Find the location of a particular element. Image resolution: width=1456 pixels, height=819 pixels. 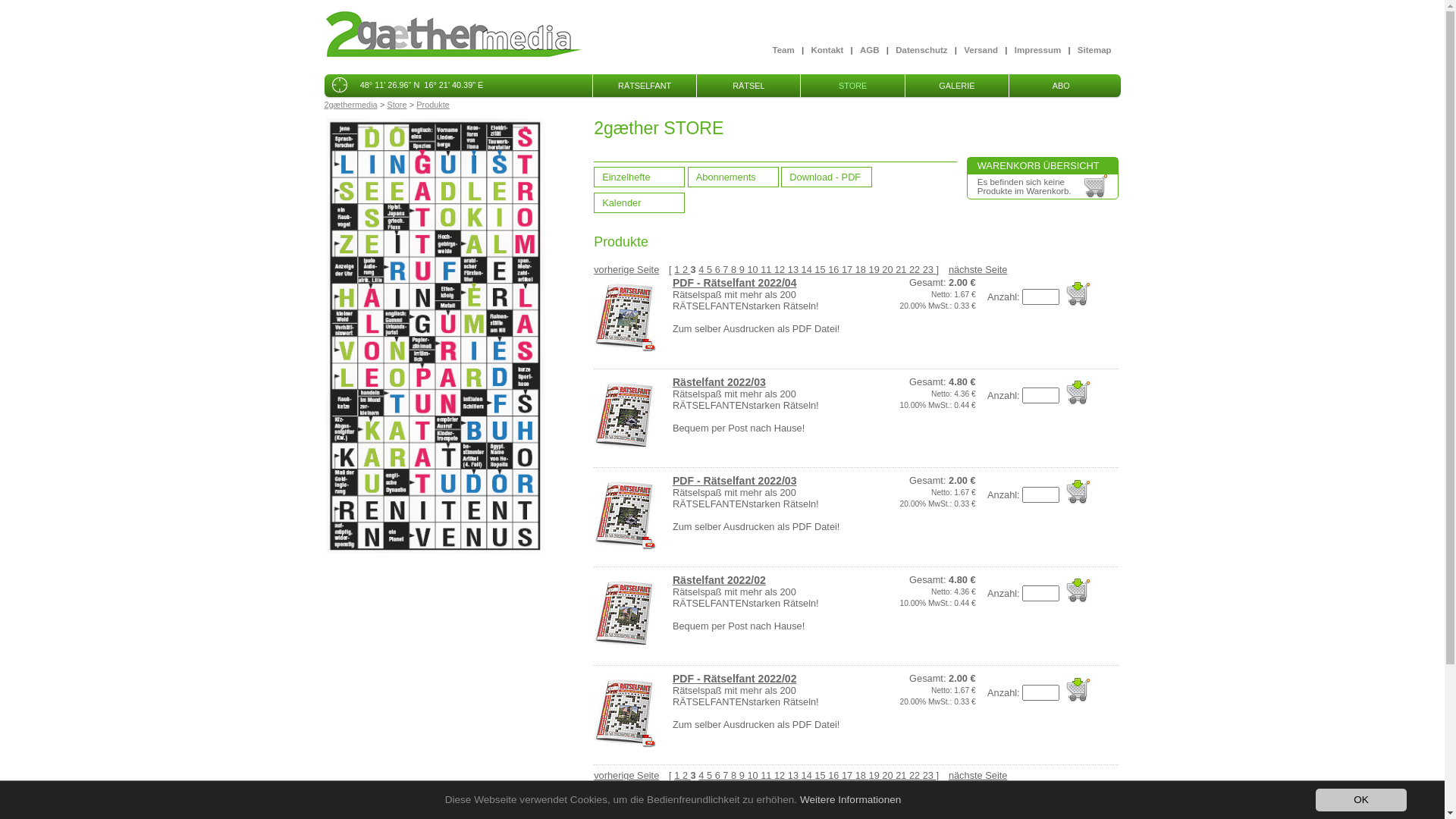

'10' is located at coordinates (753, 268).